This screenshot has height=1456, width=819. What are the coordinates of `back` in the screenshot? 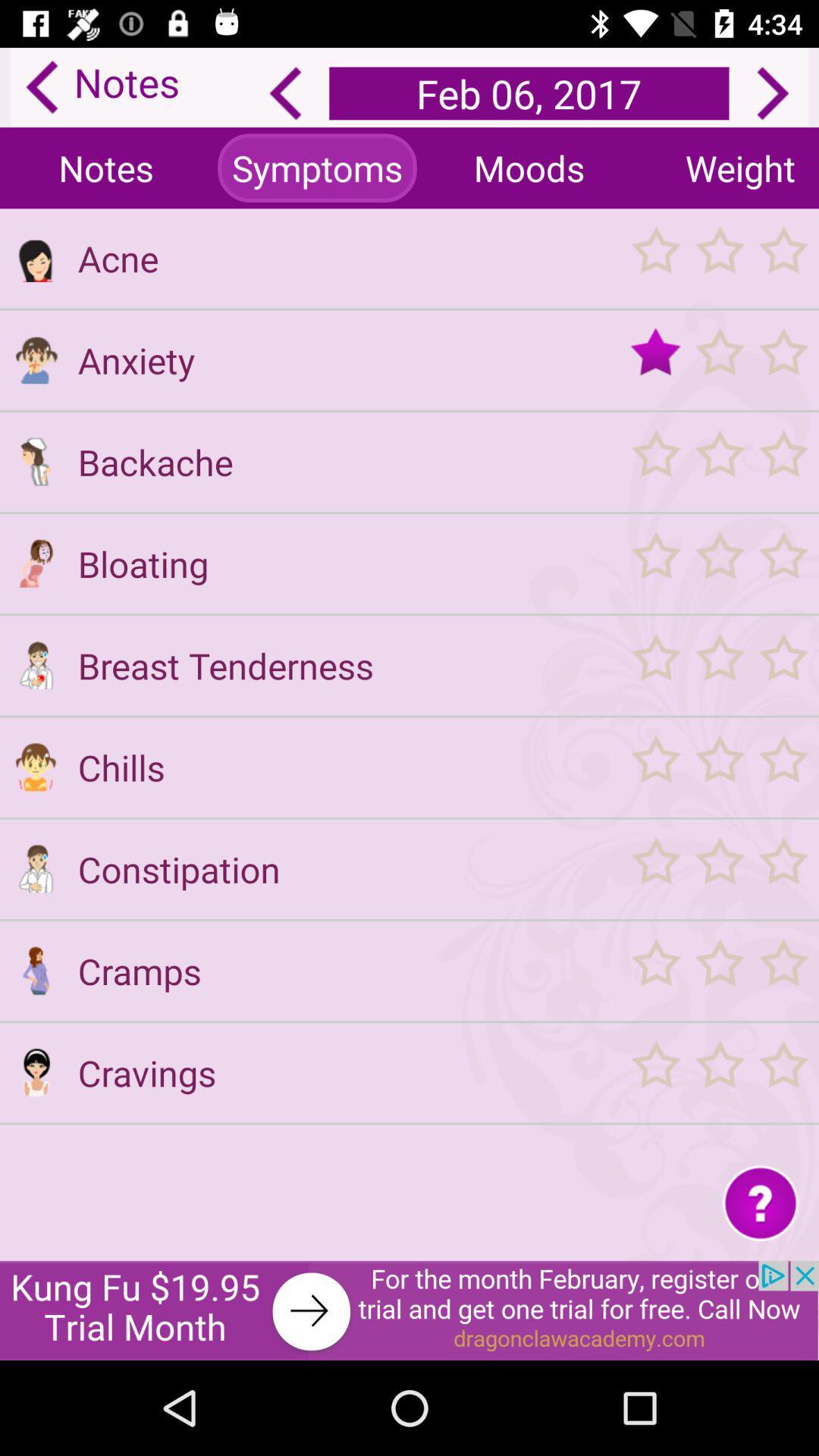 It's located at (285, 93).